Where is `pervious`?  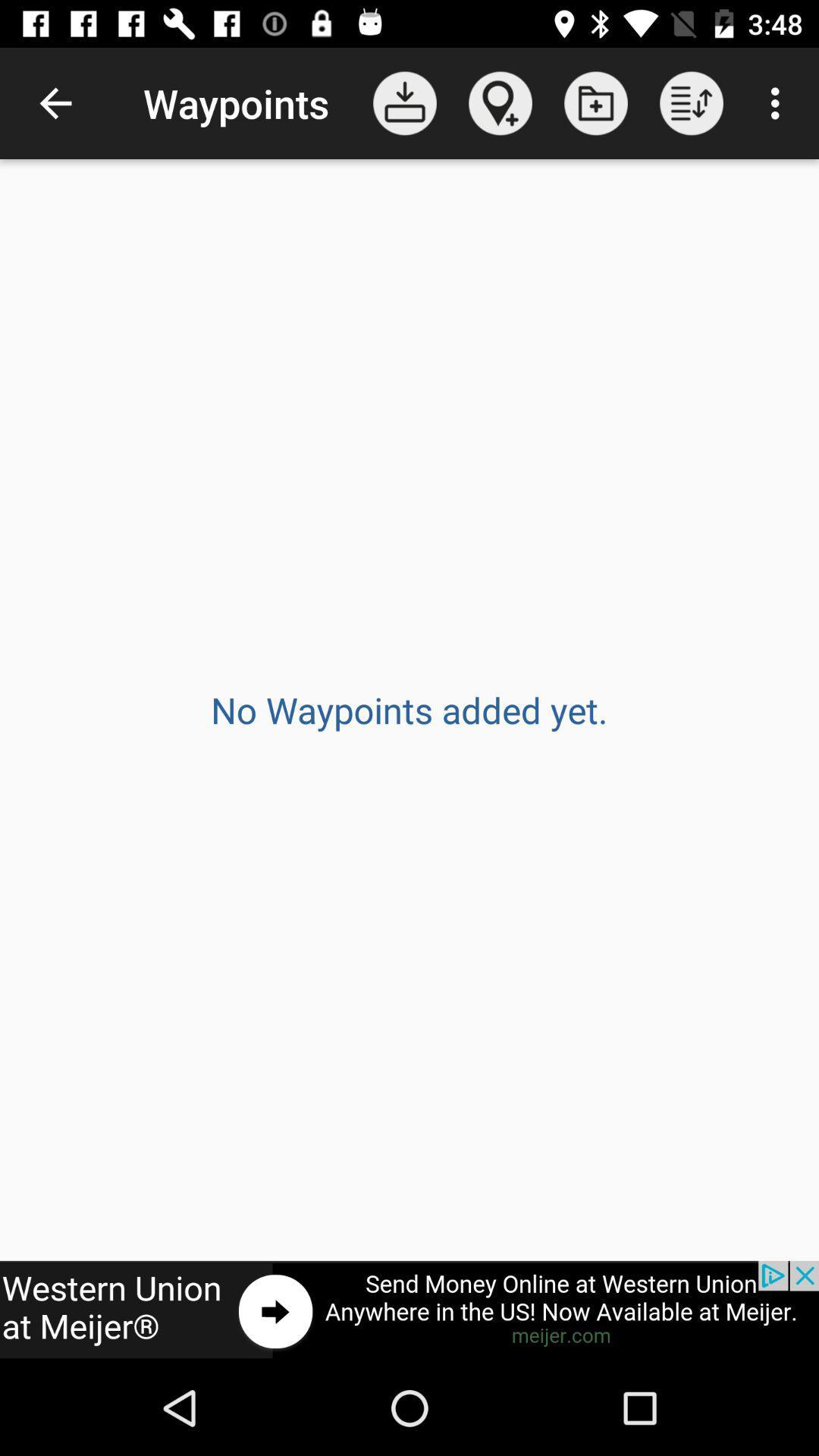 pervious is located at coordinates (409, 1310).